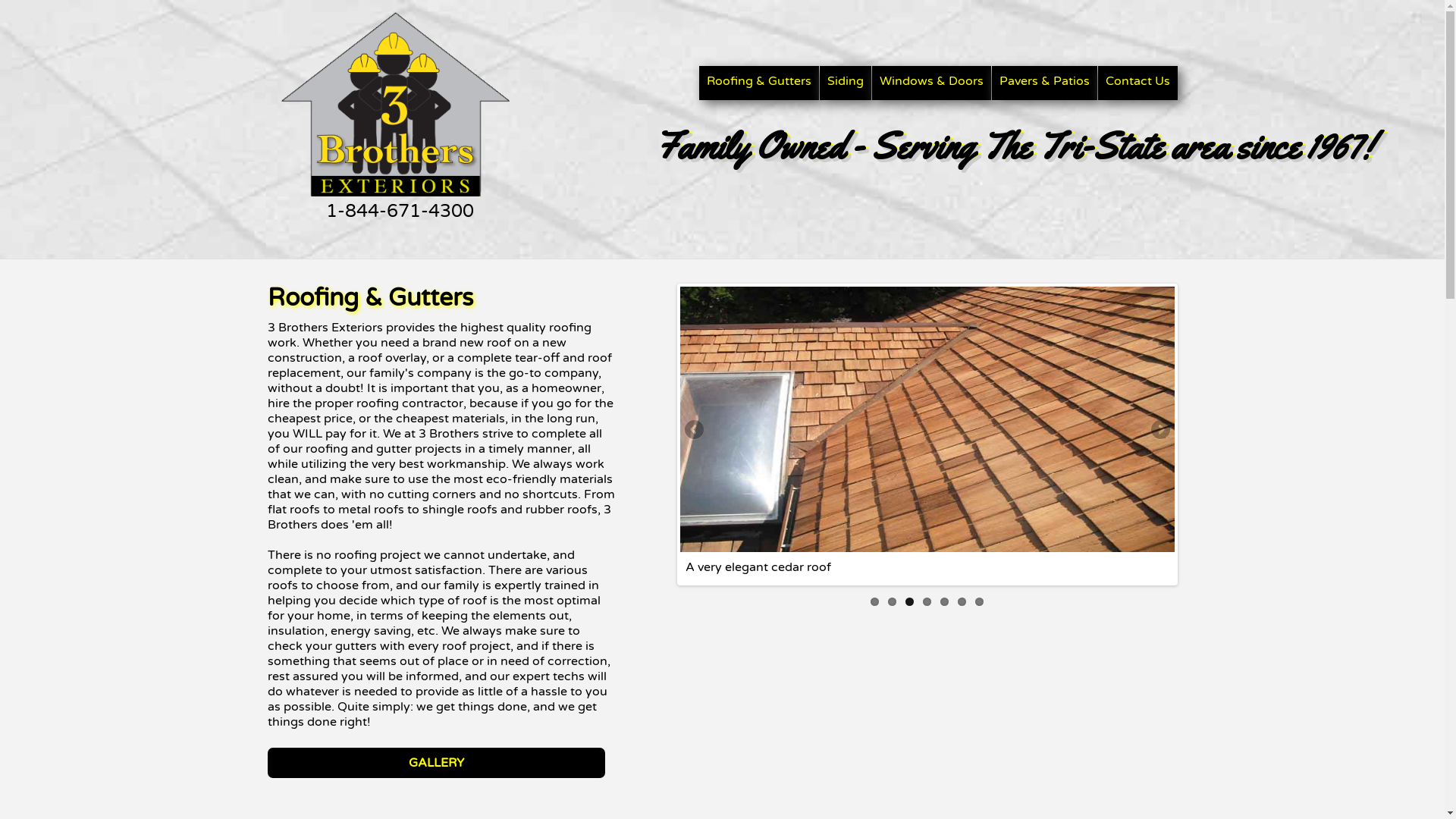  What do you see at coordinates (961, 601) in the screenshot?
I see `'6'` at bounding box center [961, 601].